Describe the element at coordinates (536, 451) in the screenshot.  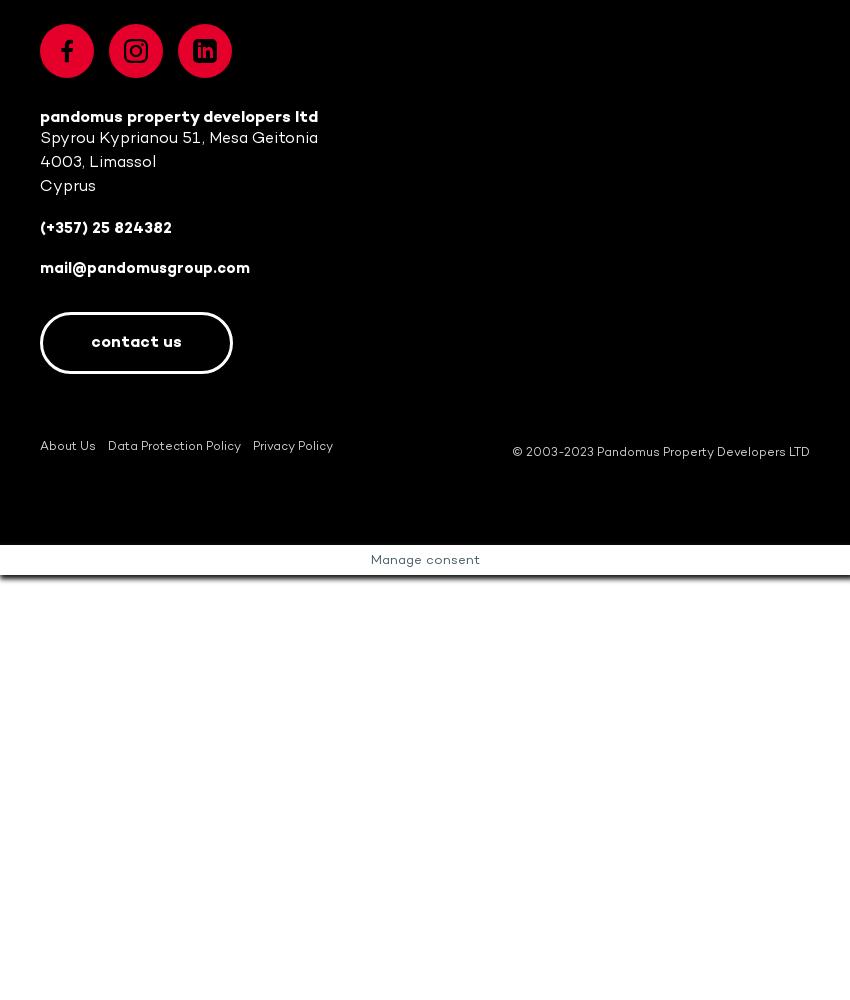
I see `'© 2003-'` at that location.